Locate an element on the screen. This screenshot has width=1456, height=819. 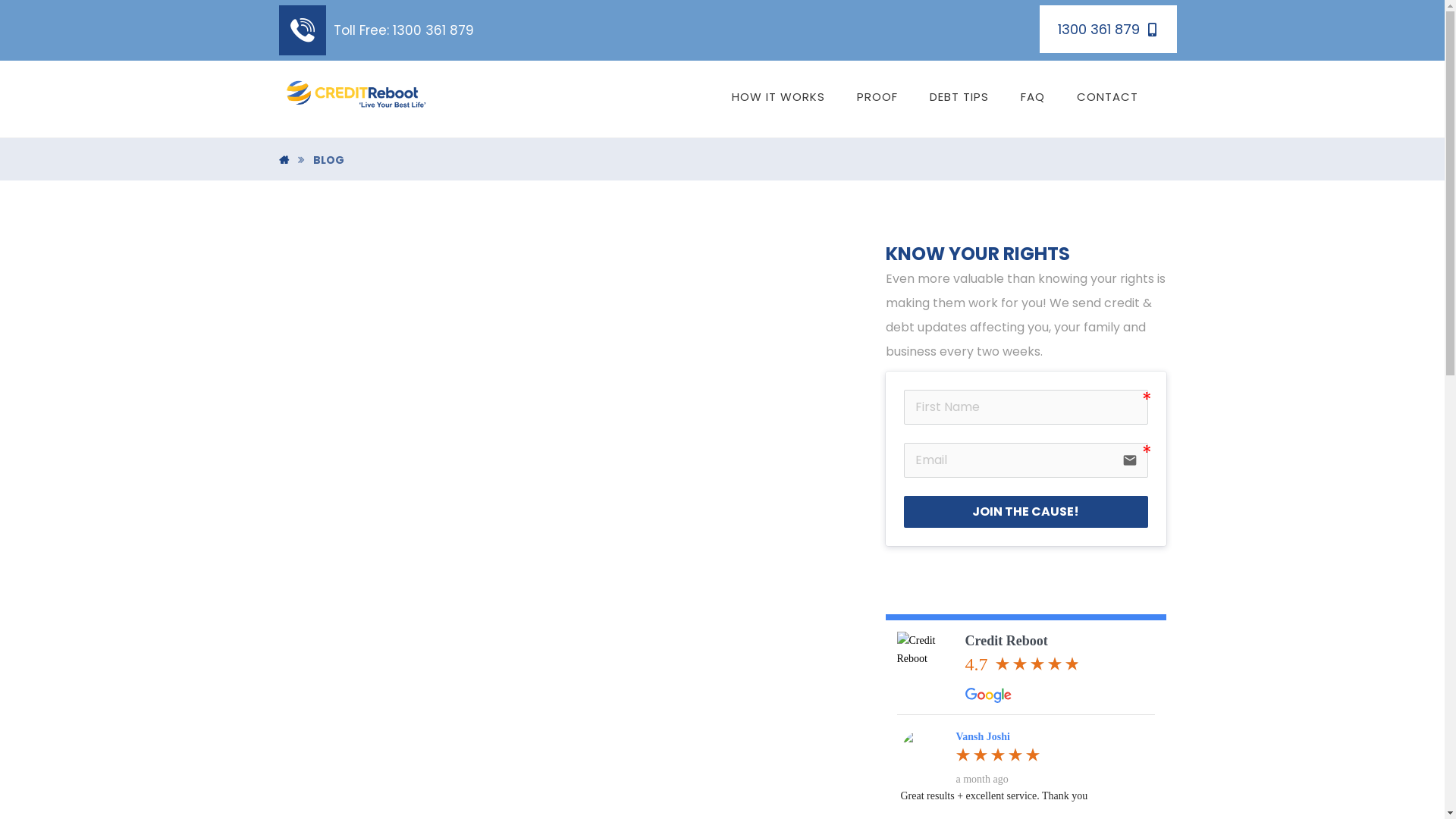
'FAQ' is located at coordinates (1032, 96).